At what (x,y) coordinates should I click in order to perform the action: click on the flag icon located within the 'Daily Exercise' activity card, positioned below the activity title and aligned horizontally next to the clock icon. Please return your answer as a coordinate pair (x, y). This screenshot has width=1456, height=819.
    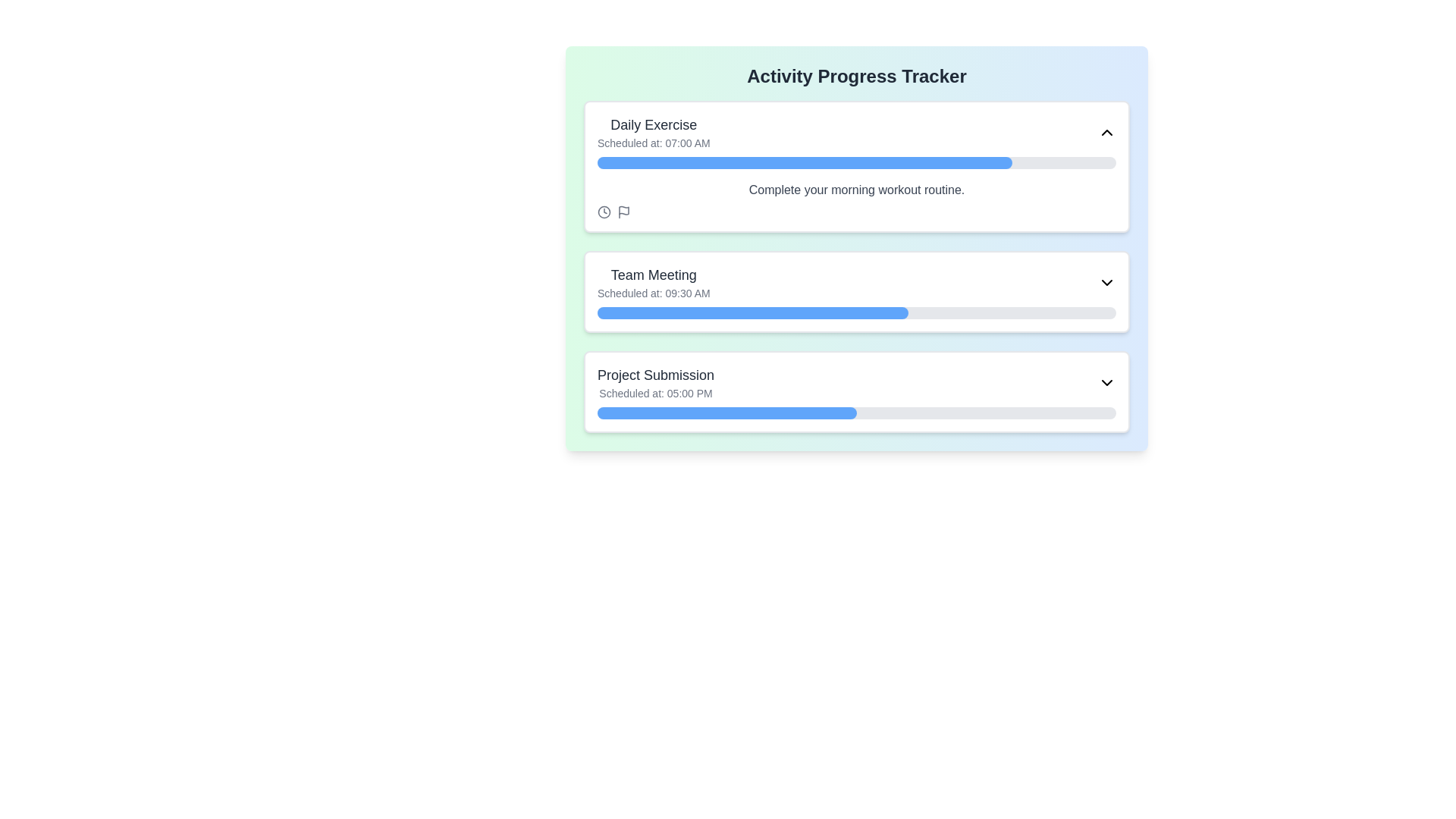
    Looking at the image, I should click on (623, 210).